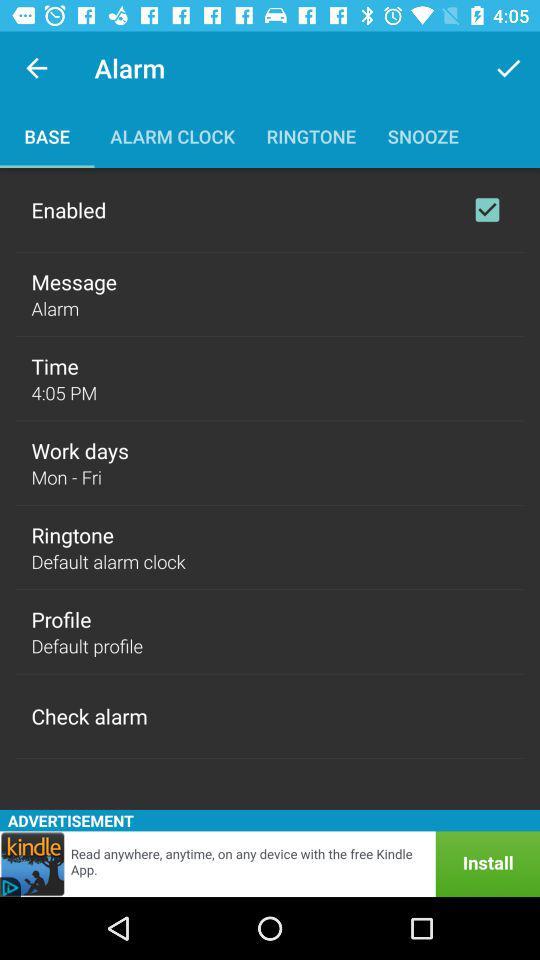 This screenshot has width=540, height=960. I want to click on the app to the right of the alarm app, so click(508, 68).